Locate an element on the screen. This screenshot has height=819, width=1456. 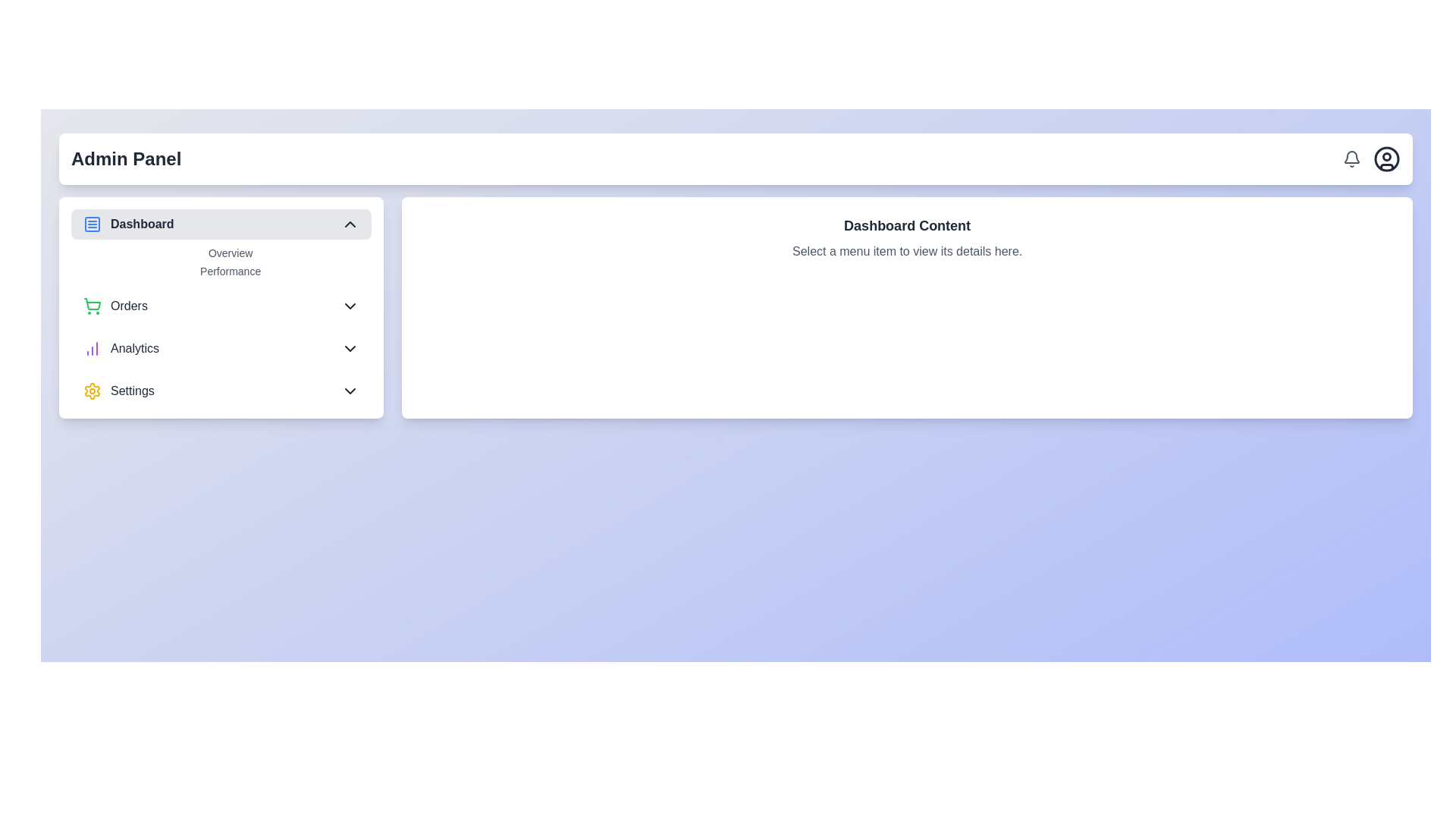
the downward-pointing chevron icon located to the far-right of the 'Orders' menu item is located at coordinates (350, 306).